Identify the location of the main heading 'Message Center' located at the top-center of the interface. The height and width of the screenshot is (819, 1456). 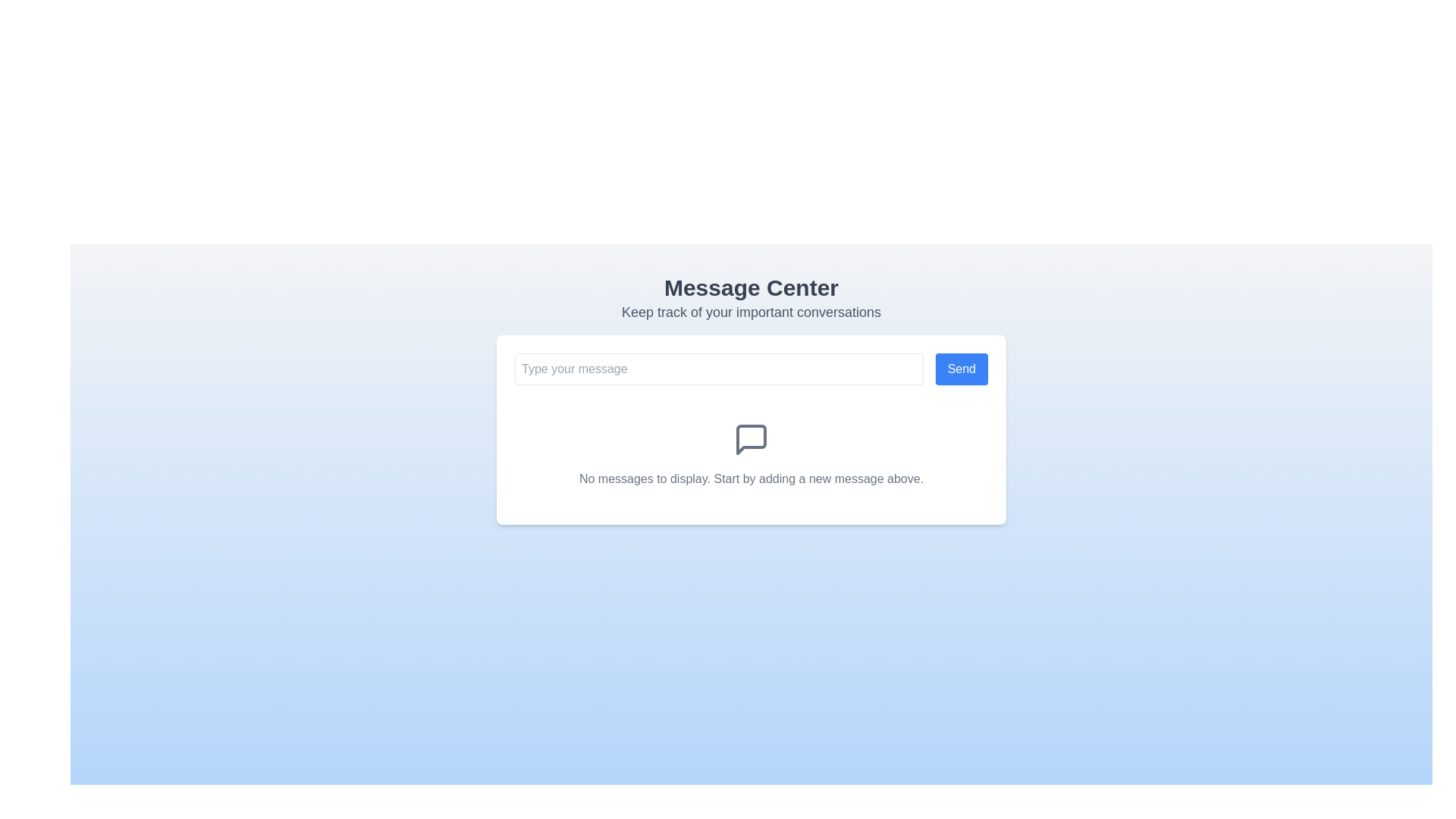
(751, 288).